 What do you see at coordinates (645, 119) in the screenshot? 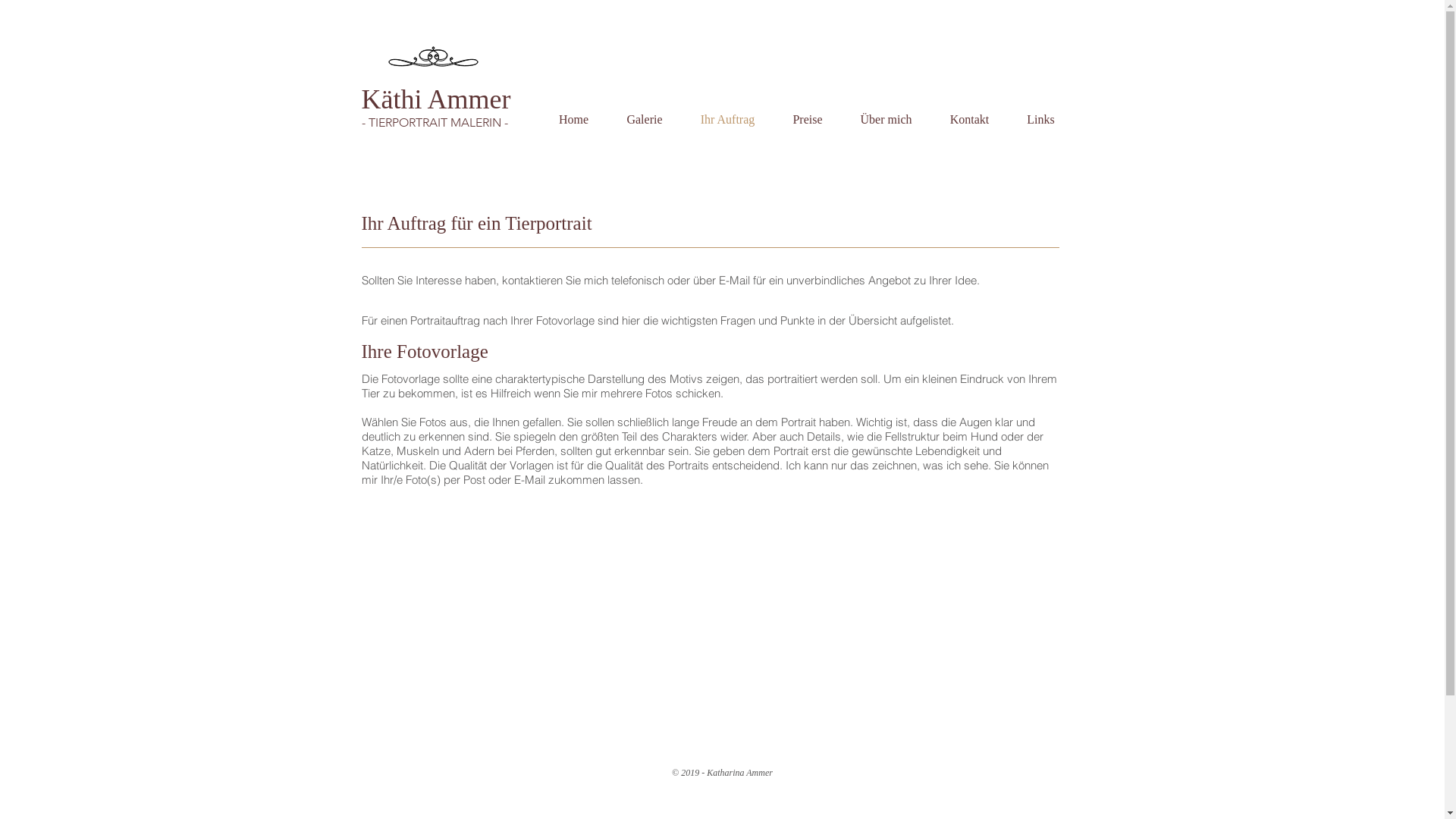
I see `'Galerie'` at bounding box center [645, 119].